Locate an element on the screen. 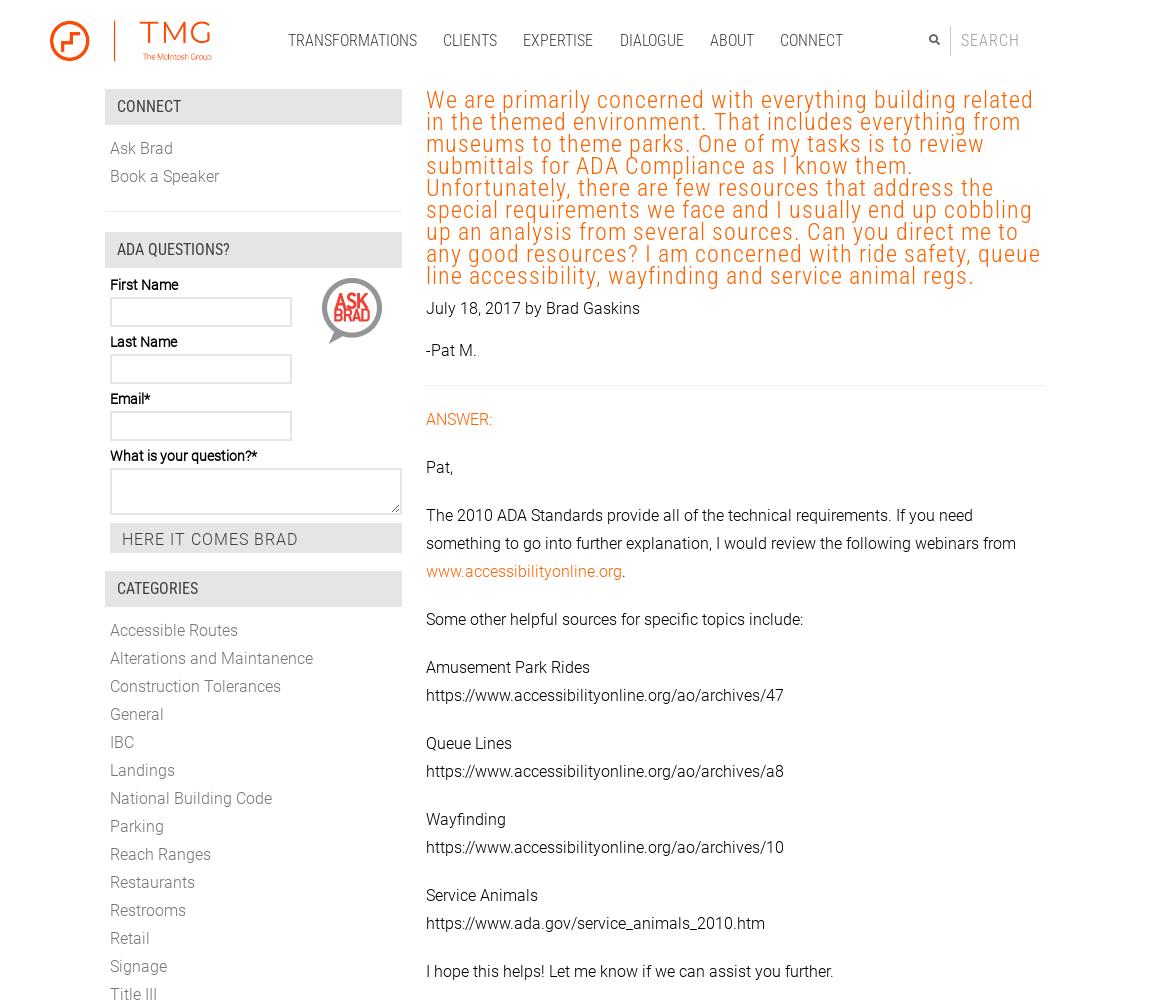 The image size is (1150, 1000). 'Expertise' is located at coordinates (557, 39).